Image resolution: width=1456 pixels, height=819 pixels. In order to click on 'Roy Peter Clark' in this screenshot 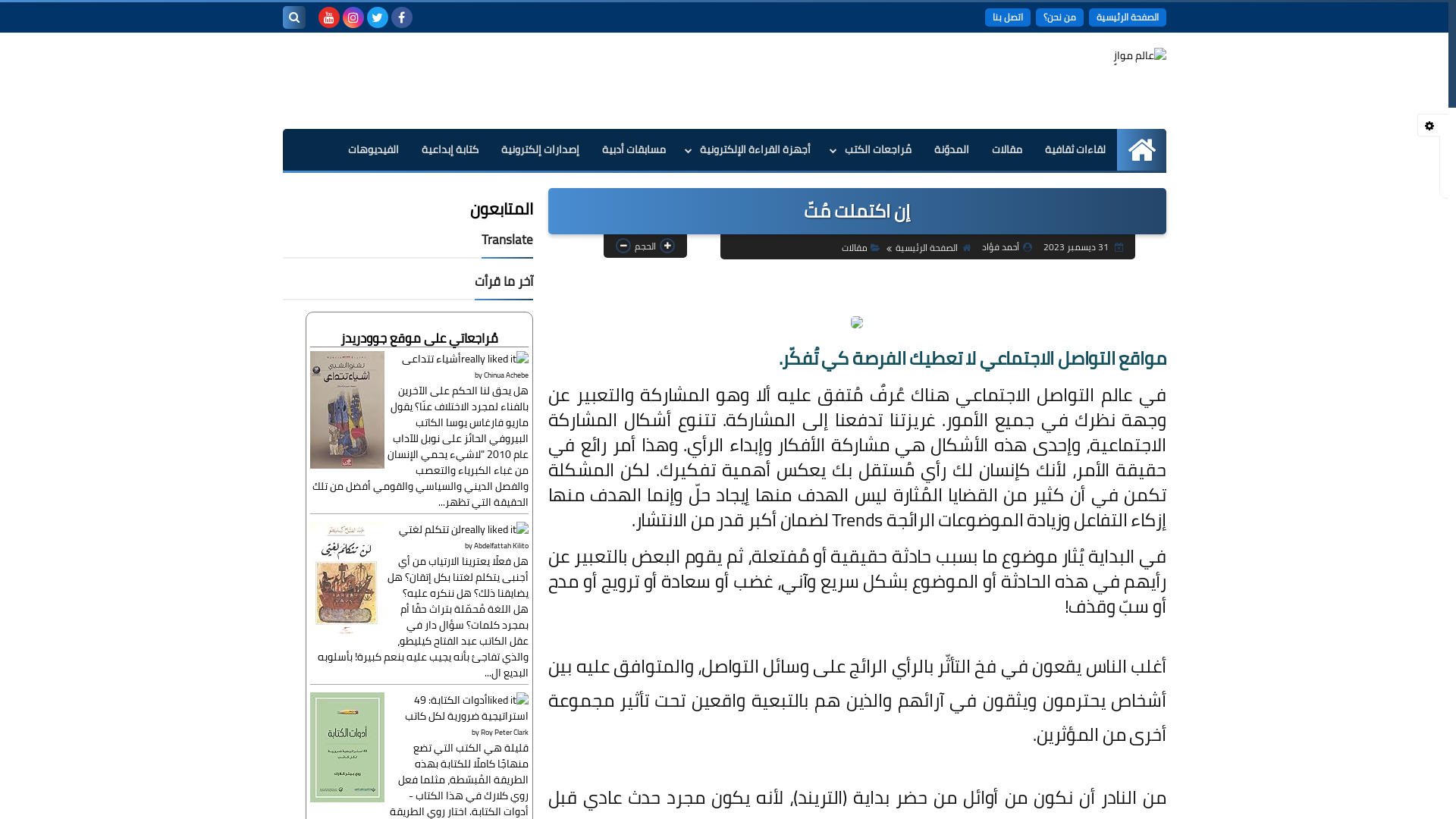, I will do `click(504, 731)`.